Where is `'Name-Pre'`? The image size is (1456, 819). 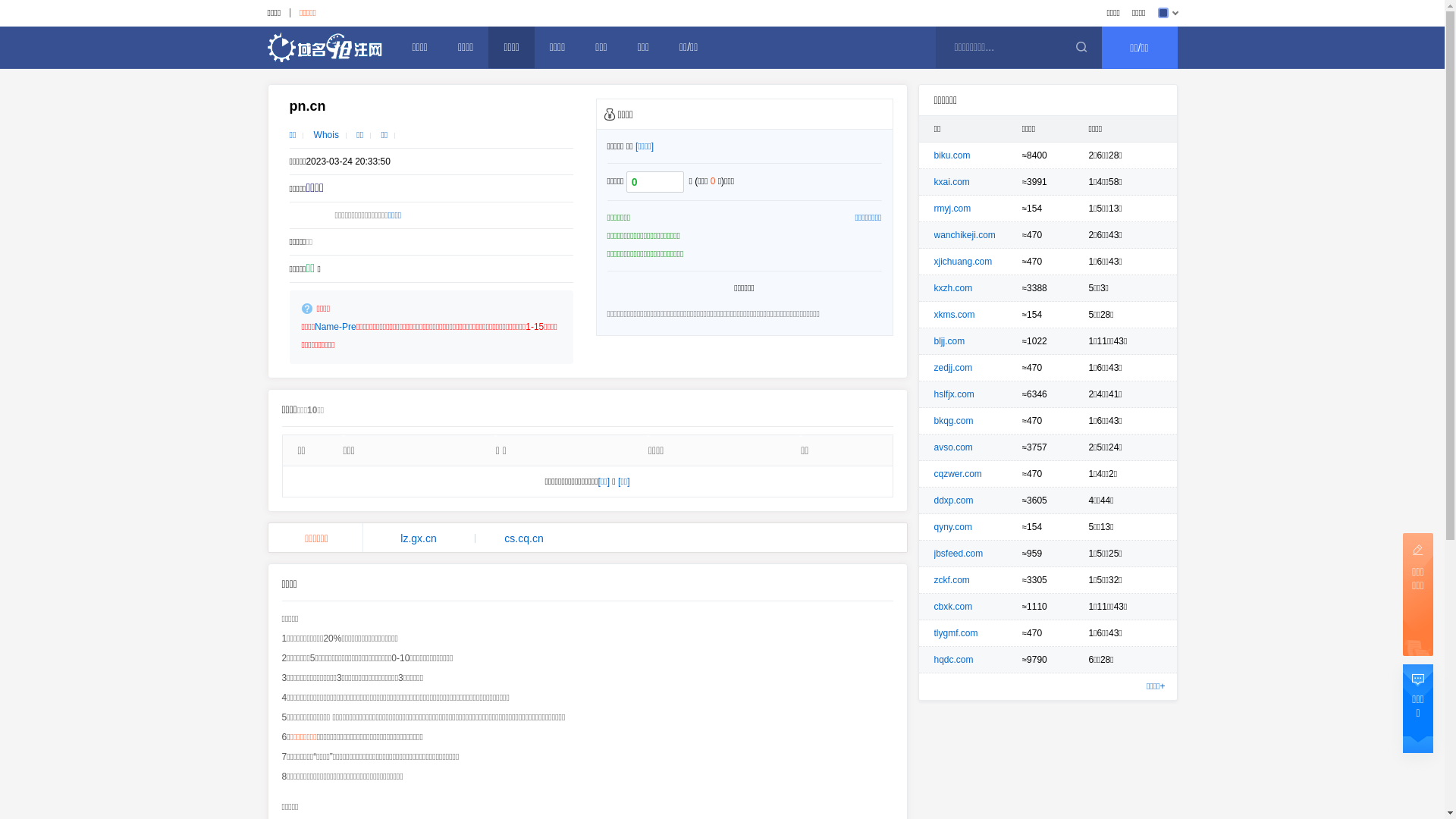 'Name-Pre' is located at coordinates (334, 326).